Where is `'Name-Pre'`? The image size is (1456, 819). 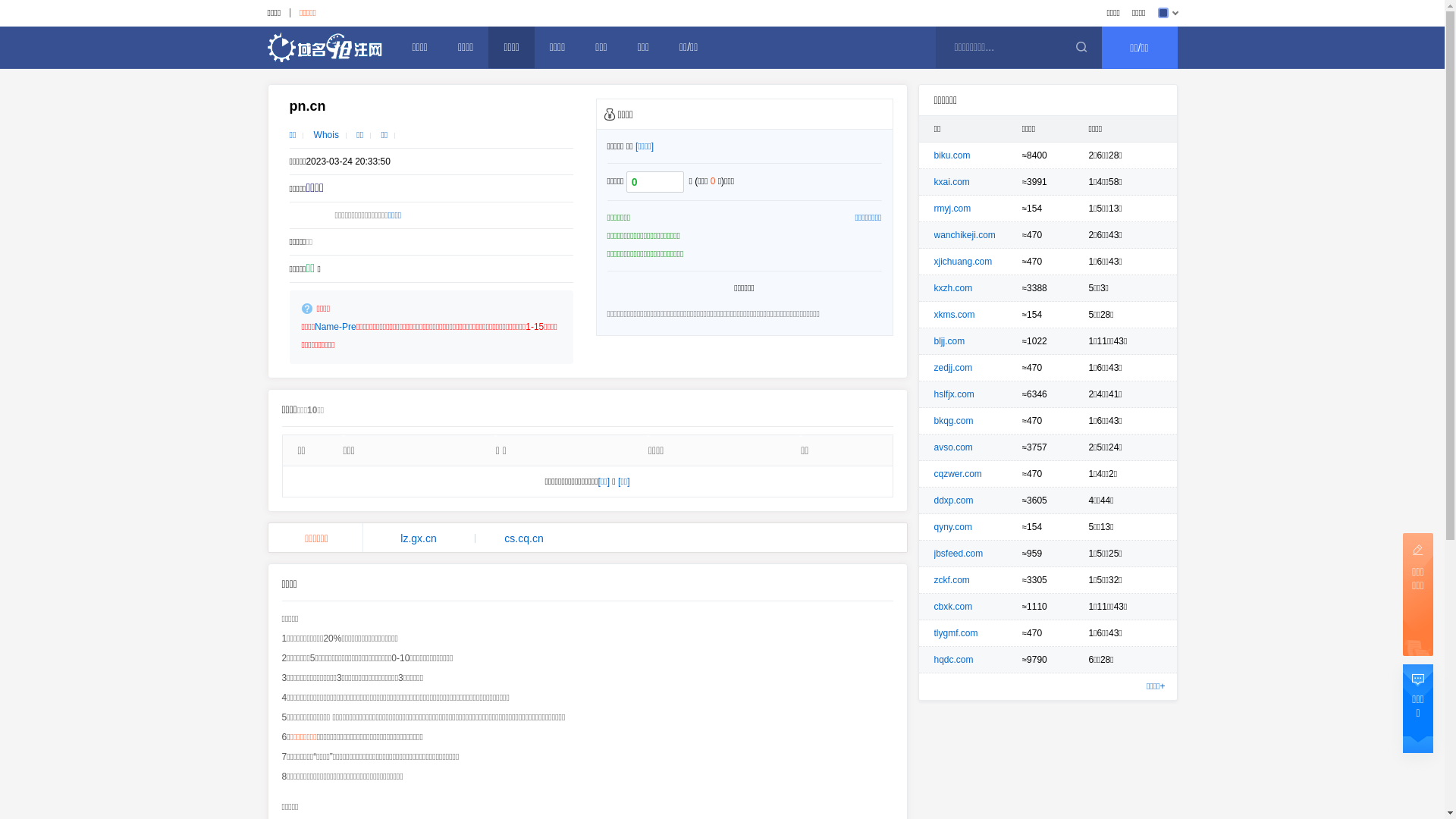 'Name-Pre' is located at coordinates (334, 326).